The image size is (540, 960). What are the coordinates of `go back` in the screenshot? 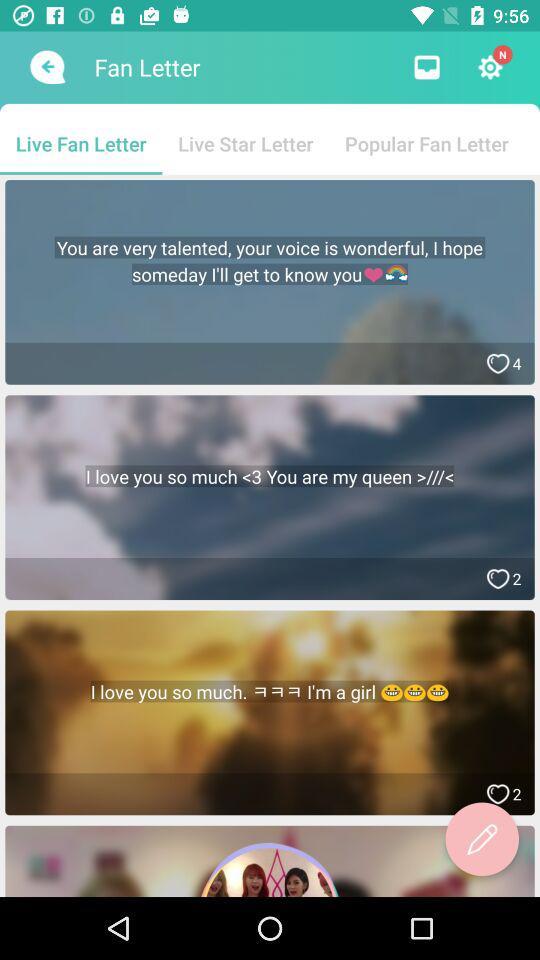 It's located at (45, 67).